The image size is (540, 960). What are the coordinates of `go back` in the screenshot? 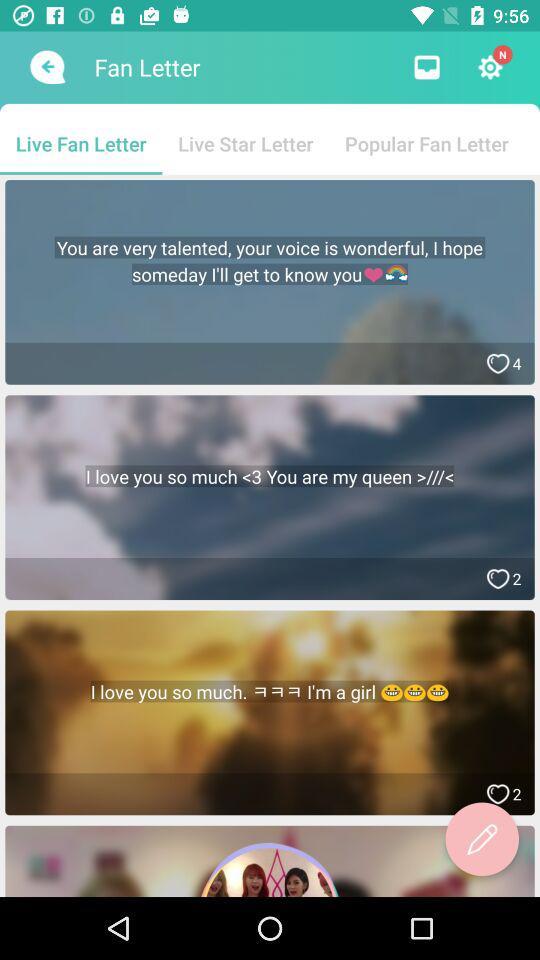 It's located at (45, 67).